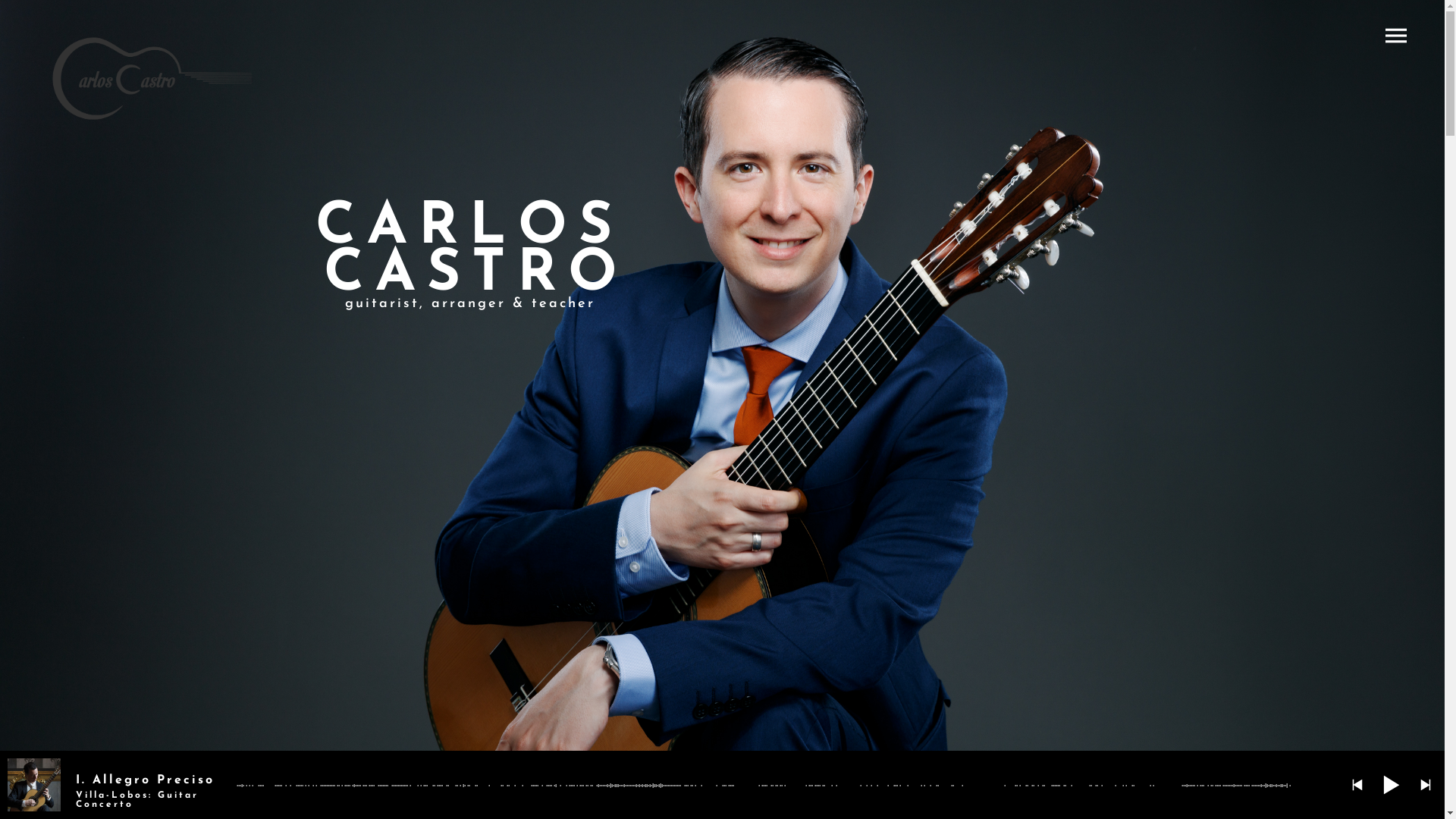 The height and width of the screenshot is (819, 1456). I want to click on 'Carlos Castro', so click(152, 79).